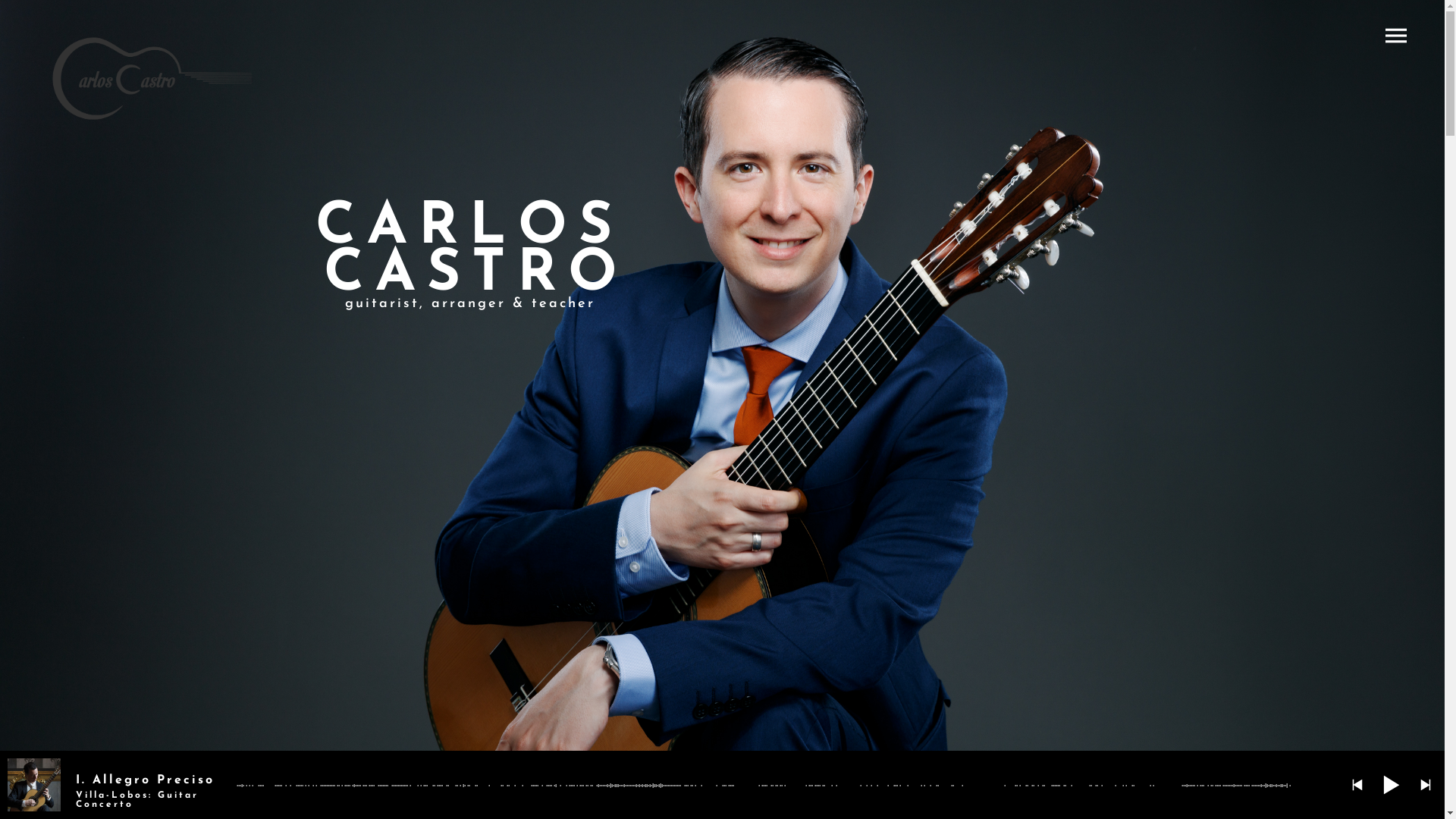 The height and width of the screenshot is (819, 1456). I want to click on 'Carlos Castro', so click(152, 79).